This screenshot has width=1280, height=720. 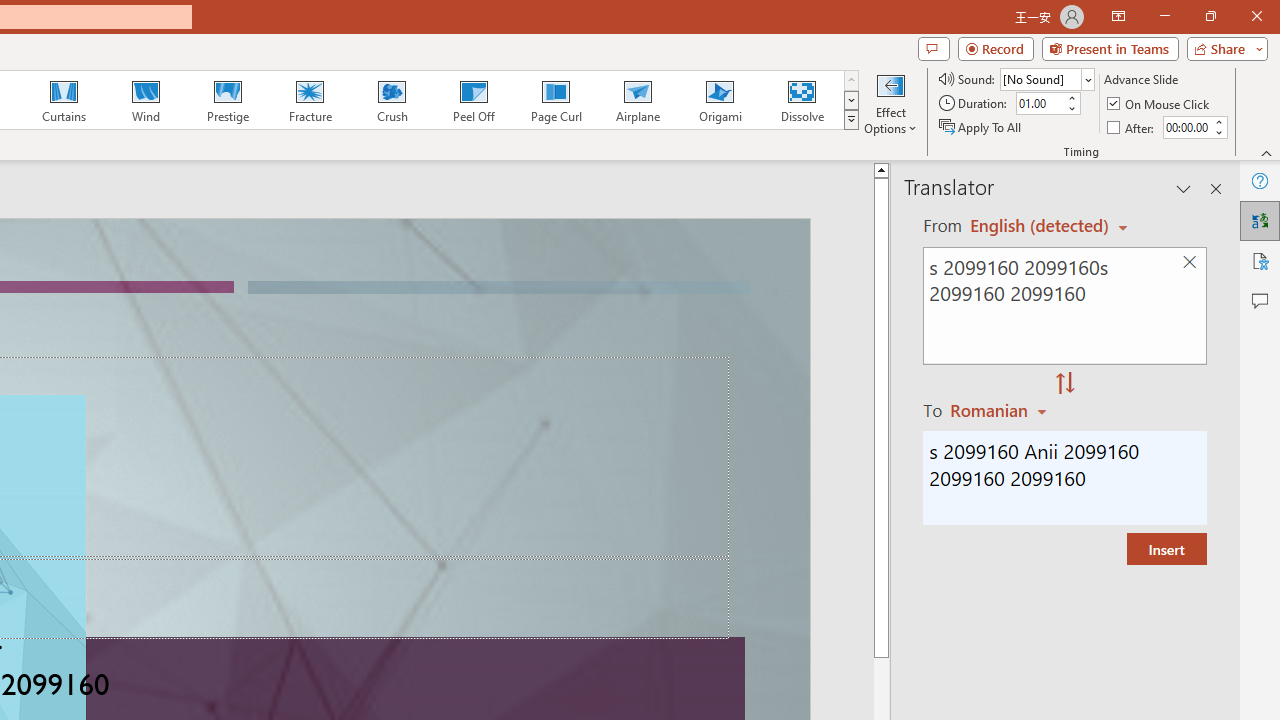 I want to click on 'Clear text', so click(x=1189, y=262).